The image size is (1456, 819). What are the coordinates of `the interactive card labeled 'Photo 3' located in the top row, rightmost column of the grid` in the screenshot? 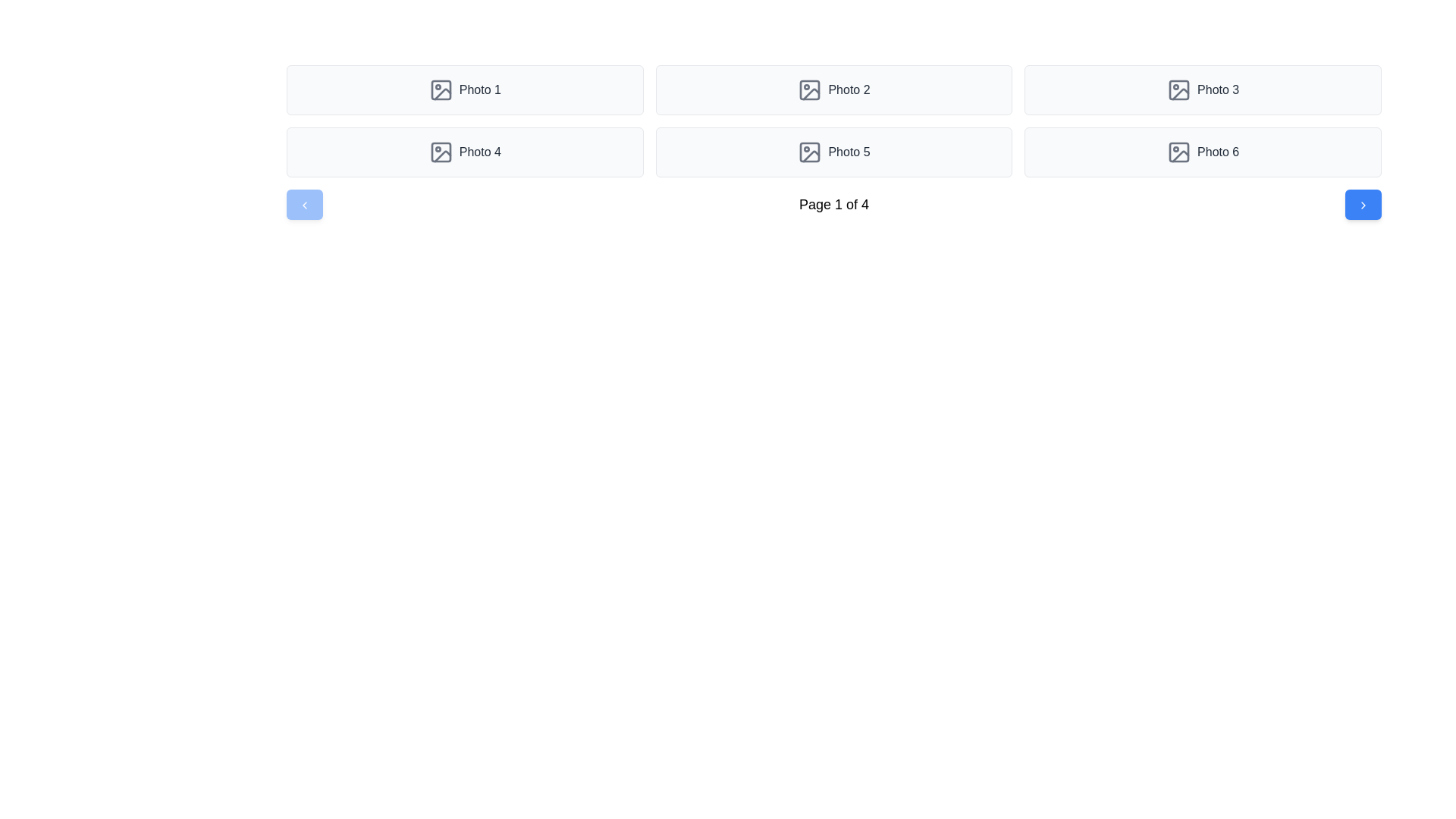 It's located at (1202, 90).